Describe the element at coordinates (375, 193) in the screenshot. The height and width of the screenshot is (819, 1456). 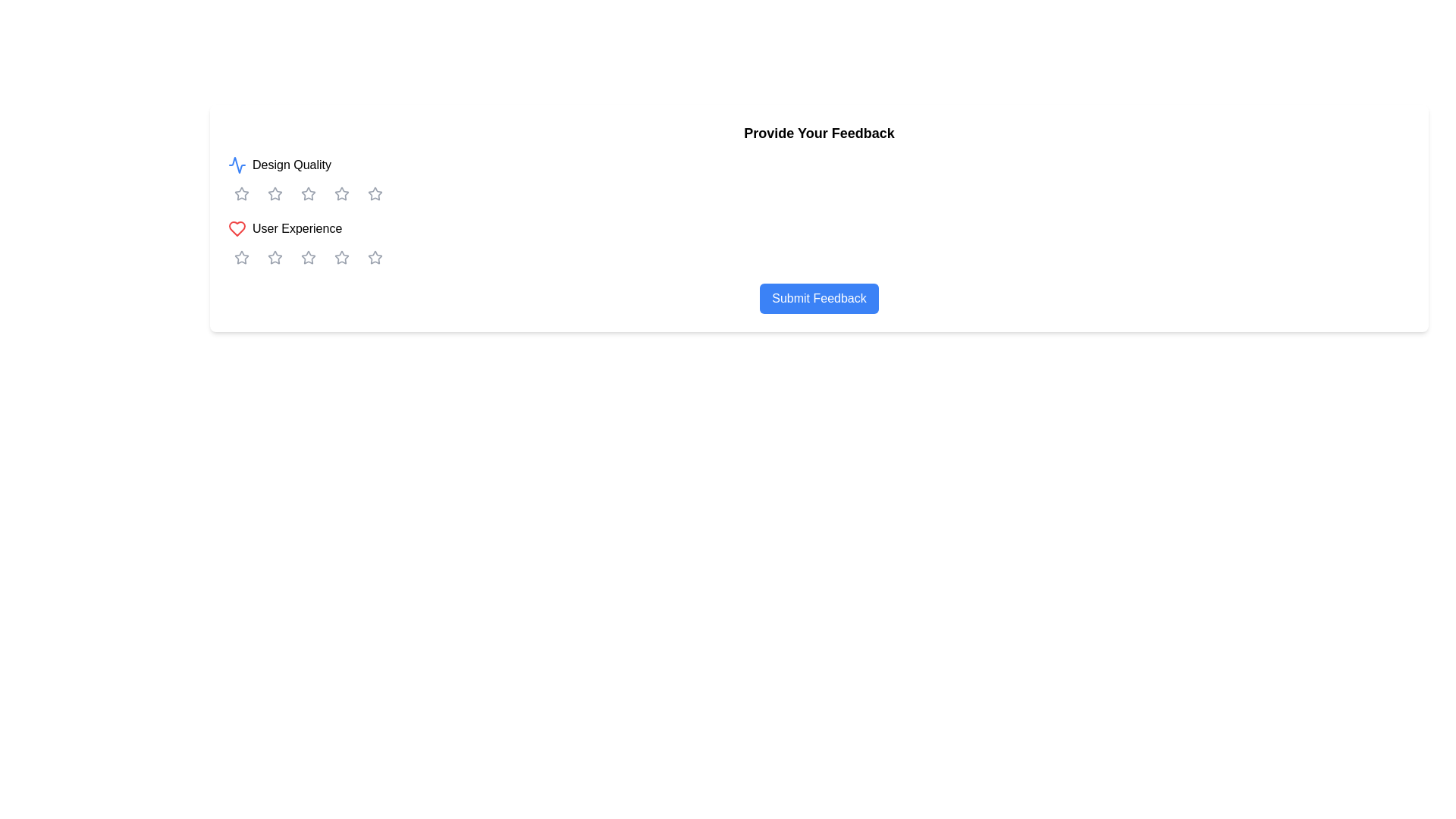
I see `the fifth star icon` at that location.